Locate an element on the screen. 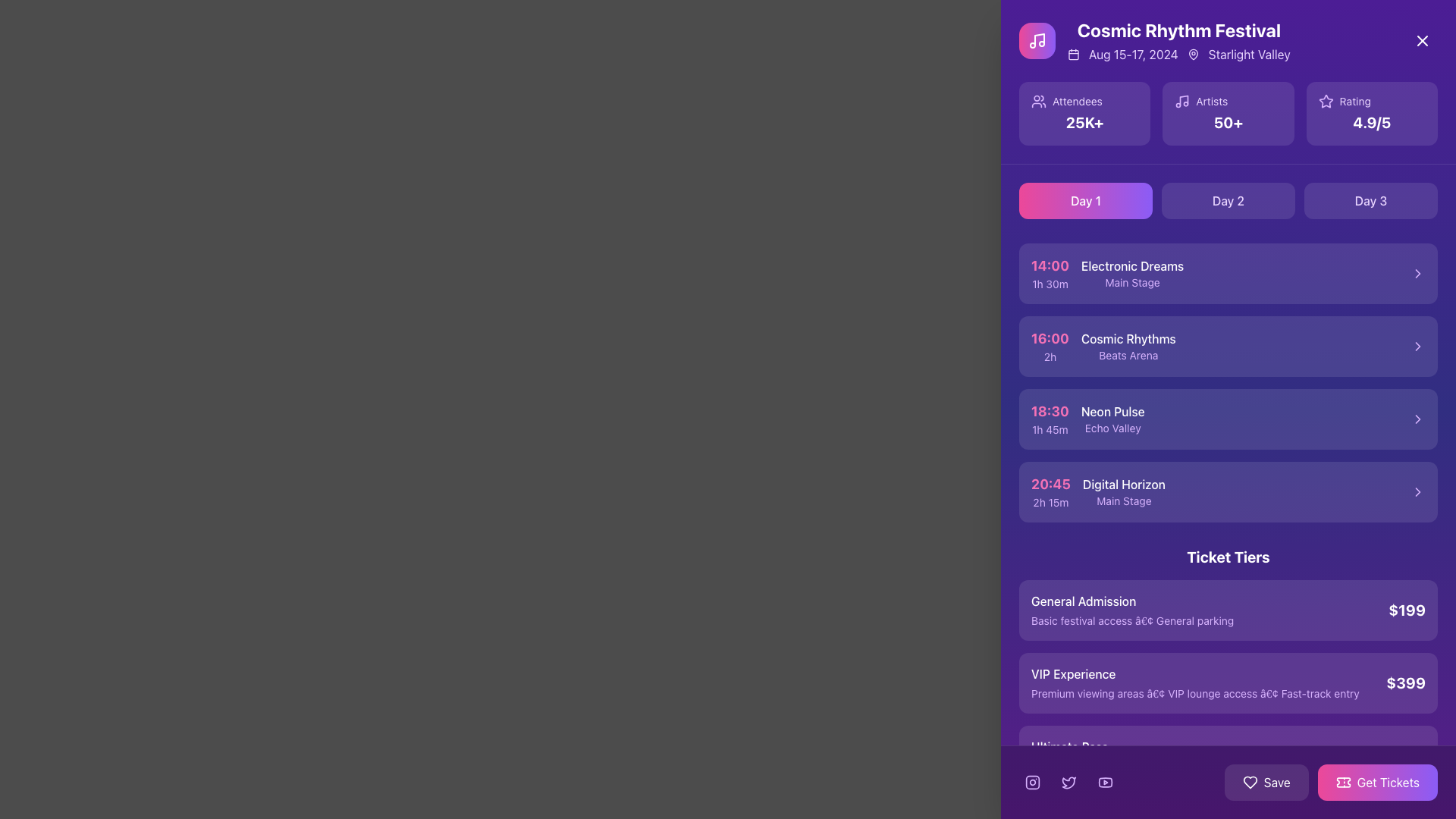 Image resolution: width=1456 pixels, height=819 pixels. the 'Main Stage' static text label styled in light purple, located beneath the 'Electronic Dreams' label in the Cosmic Rhythm Festival interface is located at coordinates (1132, 283).